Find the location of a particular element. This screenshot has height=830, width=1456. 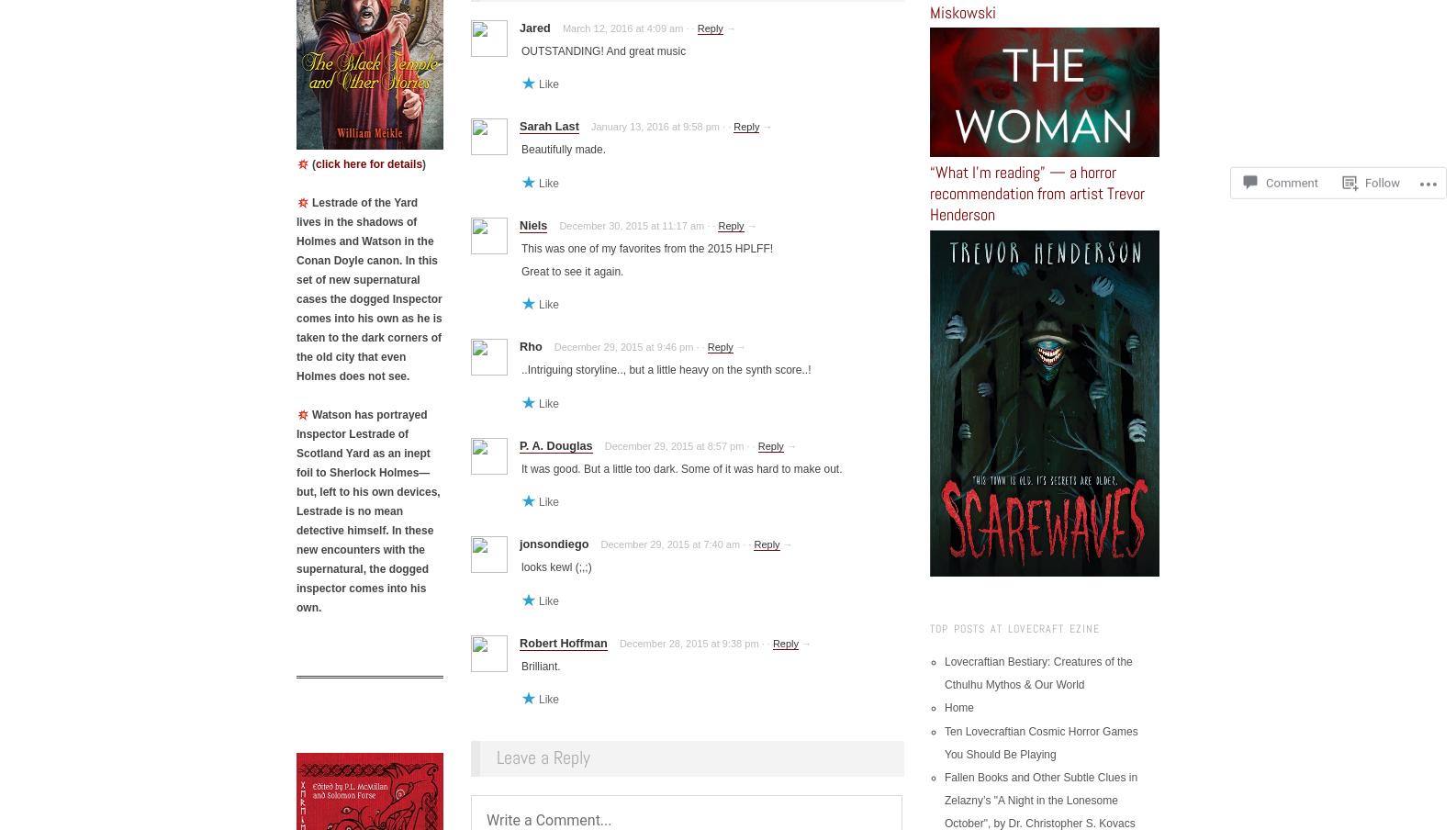

'Robert Hoffman' is located at coordinates (562, 641).